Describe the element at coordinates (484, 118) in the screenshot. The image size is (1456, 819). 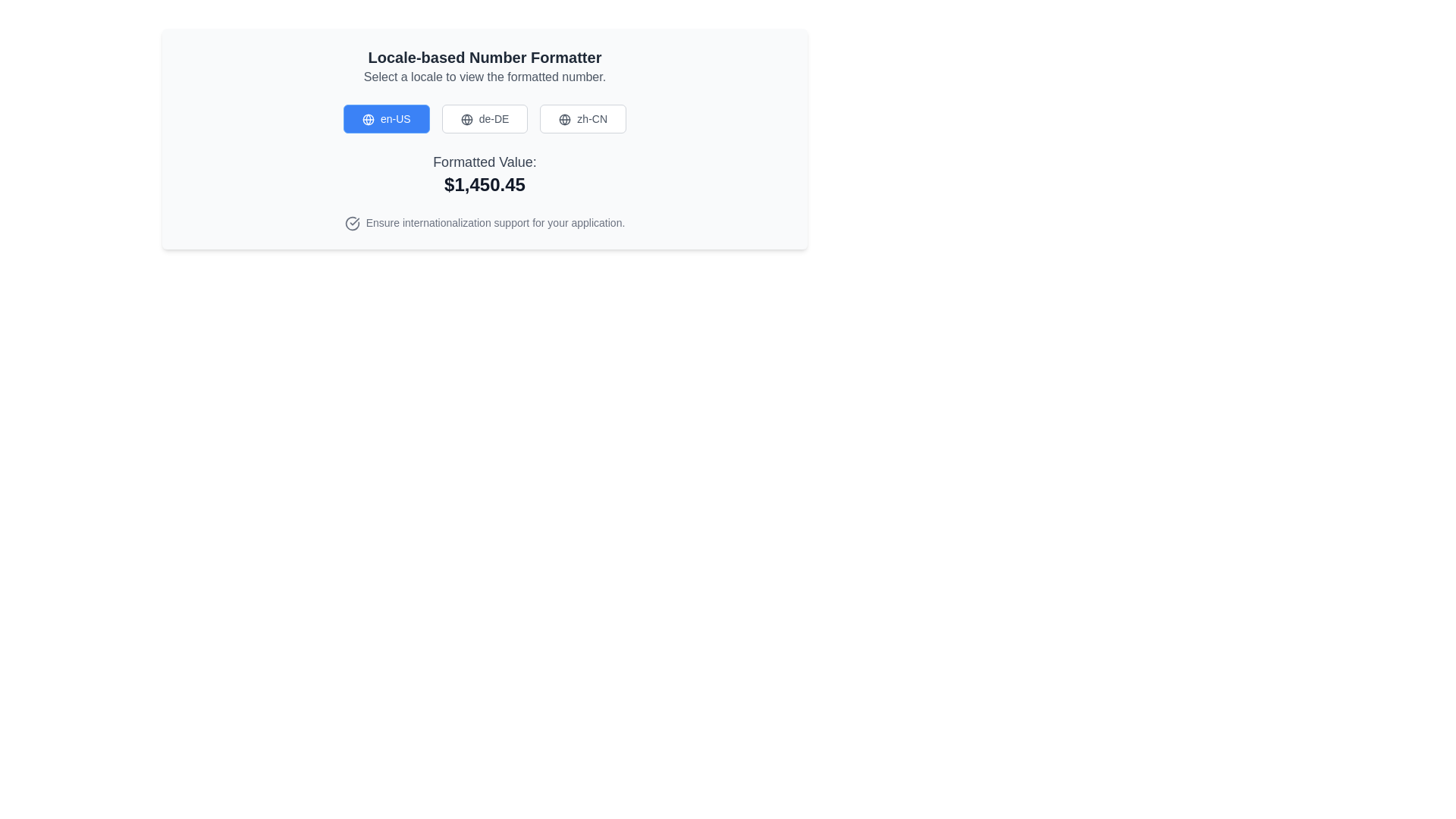
I see `the second button in the group that selects the German (Germany) locale 'de-DE'` at that location.